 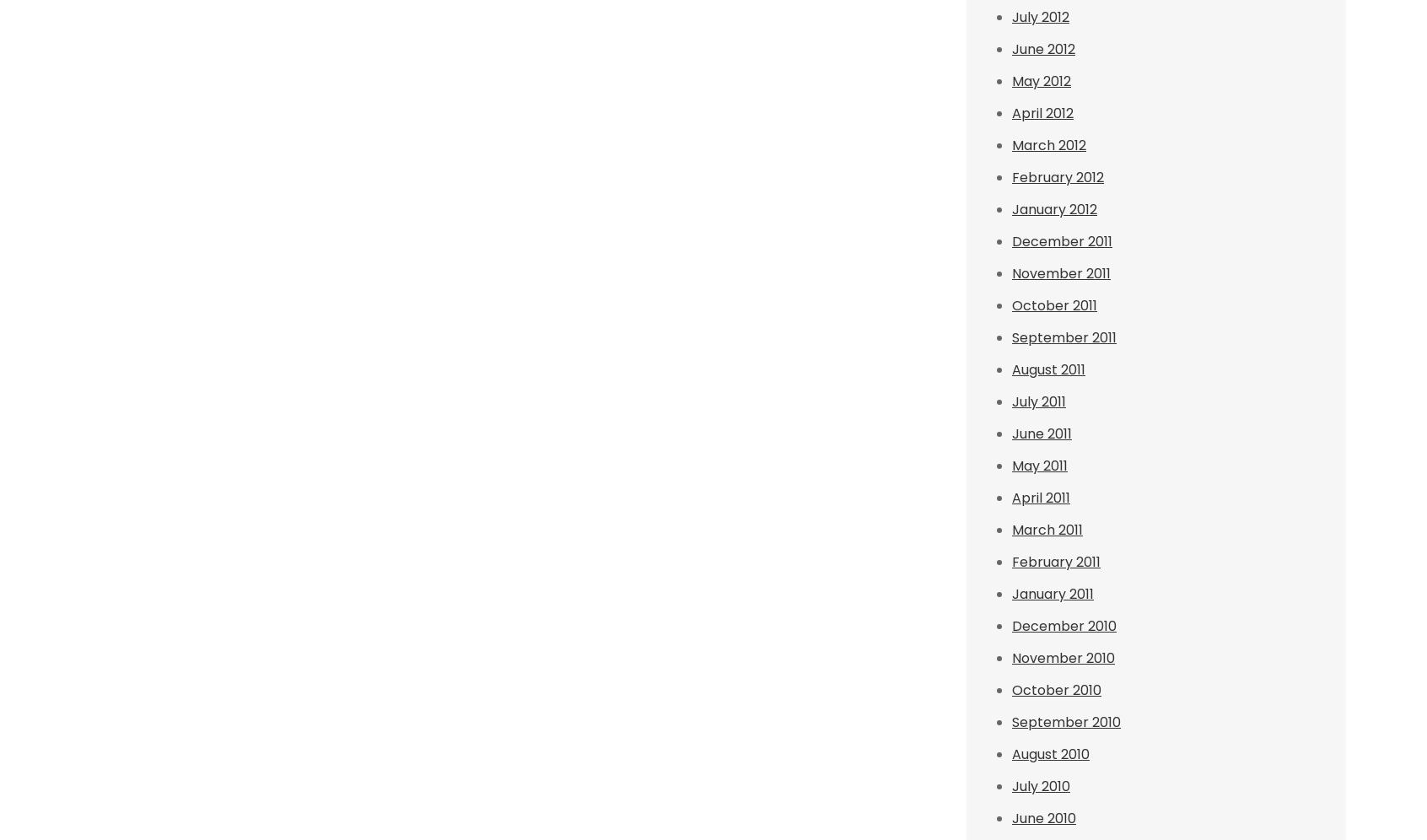 What do you see at coordinates (1041, 498) in the screenshot?
I see `'April 2011'` at bounding box center [1041, 498].